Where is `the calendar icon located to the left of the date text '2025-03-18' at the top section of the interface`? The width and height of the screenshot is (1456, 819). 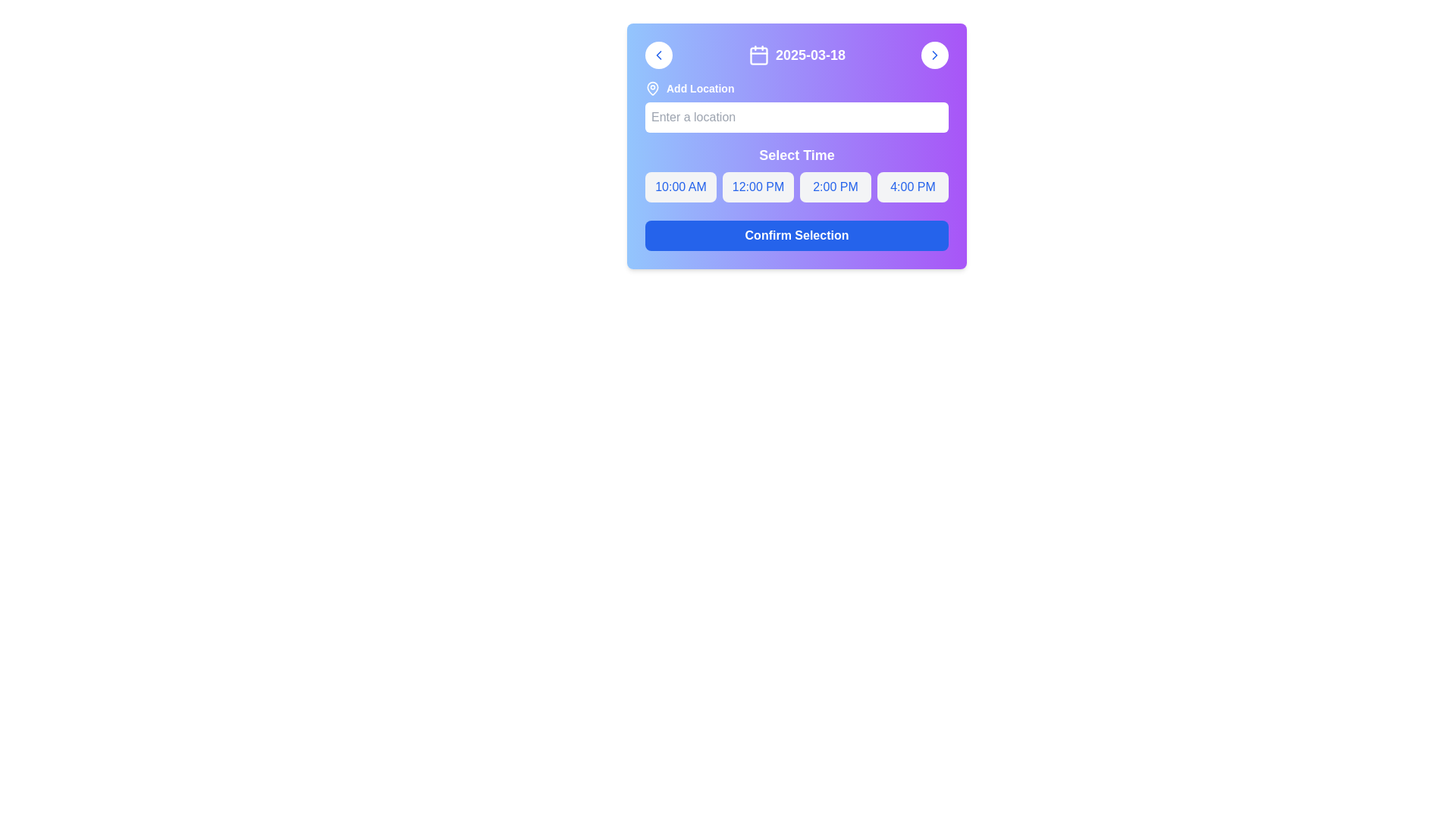 the calendar icon located to the left of the date text '2025-03-18' at the top section of the interface is located at coordinates (758, 55).